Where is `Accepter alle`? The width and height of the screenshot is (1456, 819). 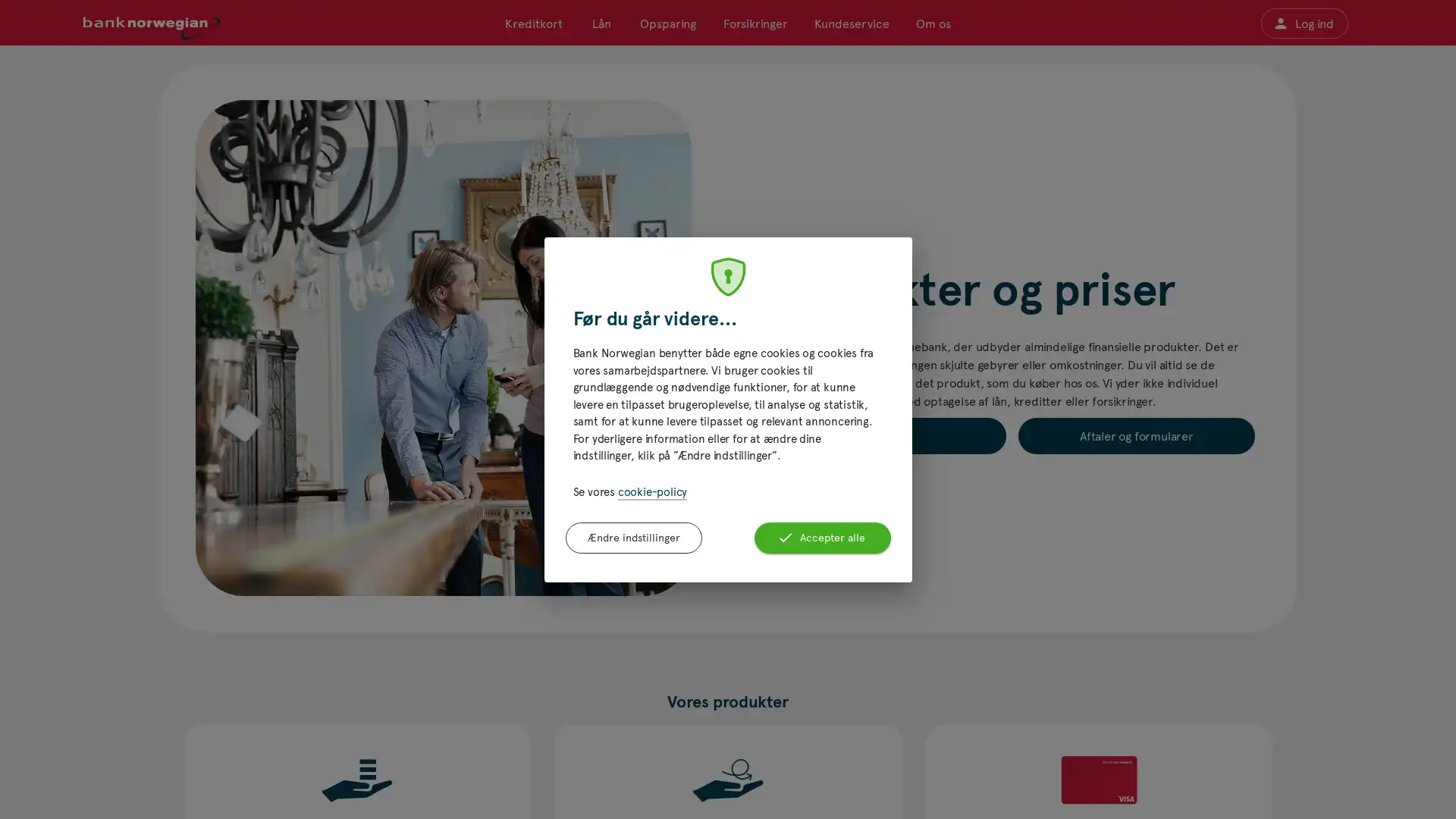 Accepter alle is located at coordinates (821, 537).